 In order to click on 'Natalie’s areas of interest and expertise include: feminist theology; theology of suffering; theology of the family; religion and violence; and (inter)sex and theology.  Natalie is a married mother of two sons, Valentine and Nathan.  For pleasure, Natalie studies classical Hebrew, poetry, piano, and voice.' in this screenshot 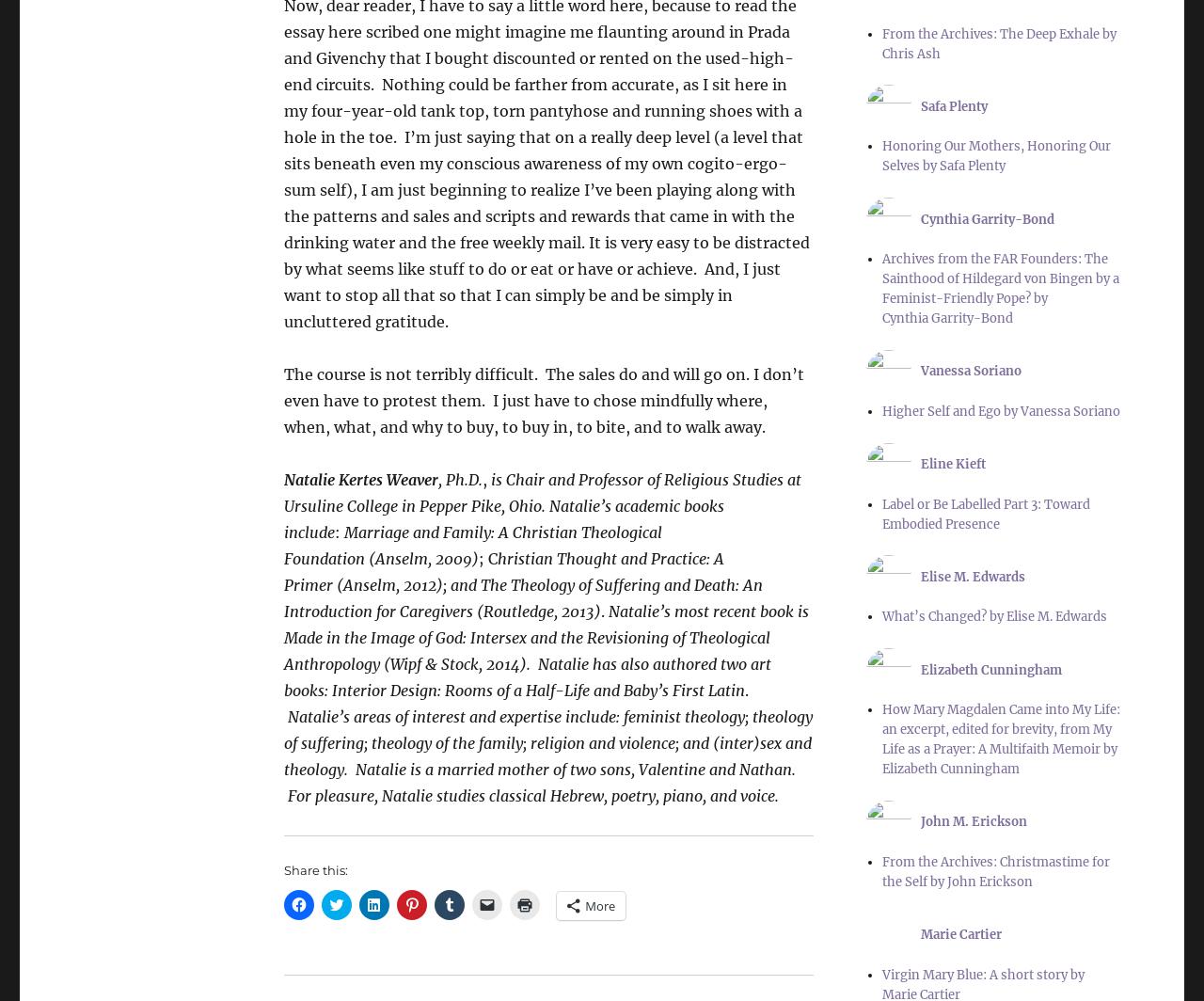, I will do `click(282, 755)`.